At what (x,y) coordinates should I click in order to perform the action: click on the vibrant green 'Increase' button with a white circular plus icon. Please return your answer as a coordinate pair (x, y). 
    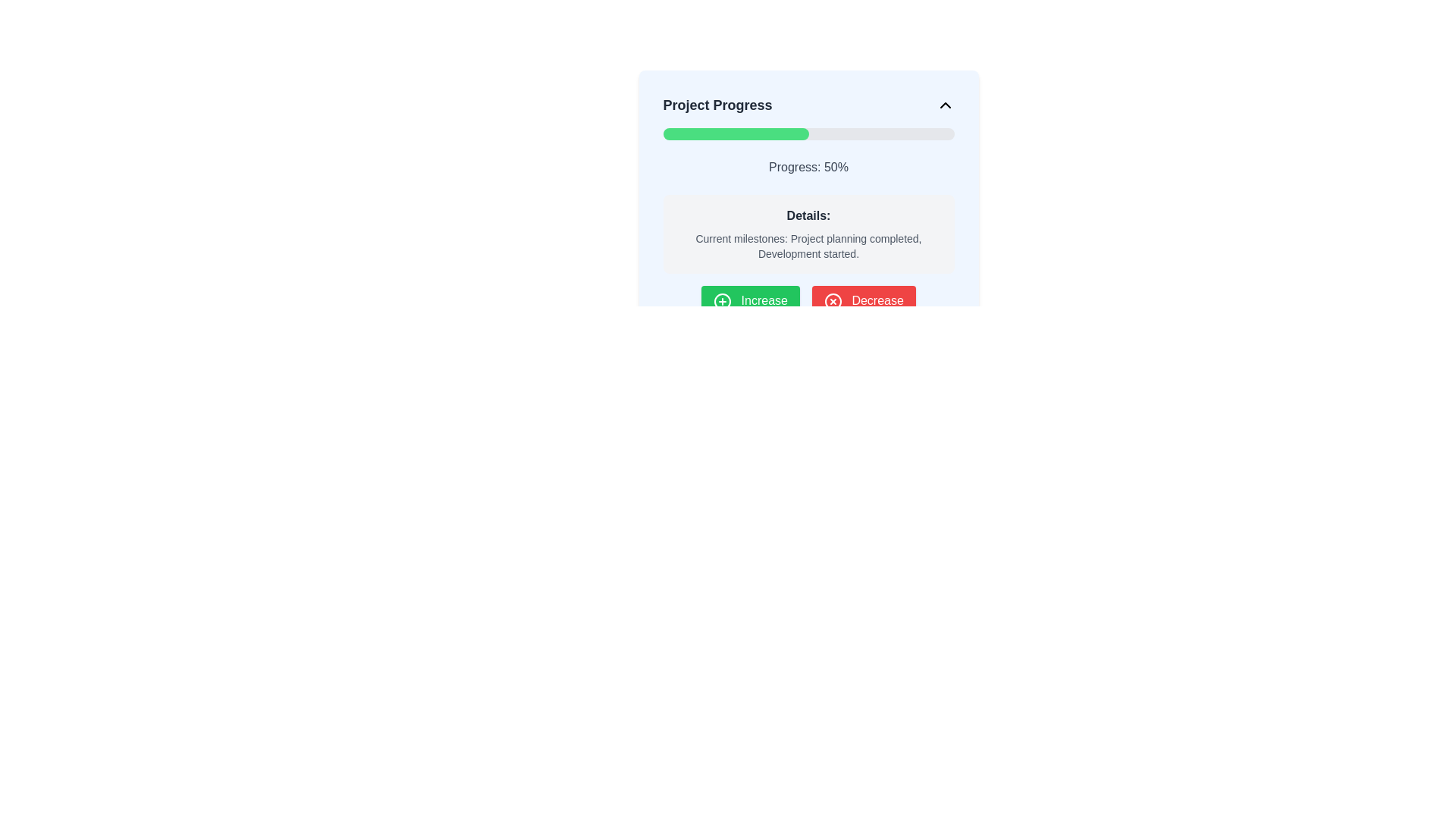
    Looking at the image, I should click on (750, 301).